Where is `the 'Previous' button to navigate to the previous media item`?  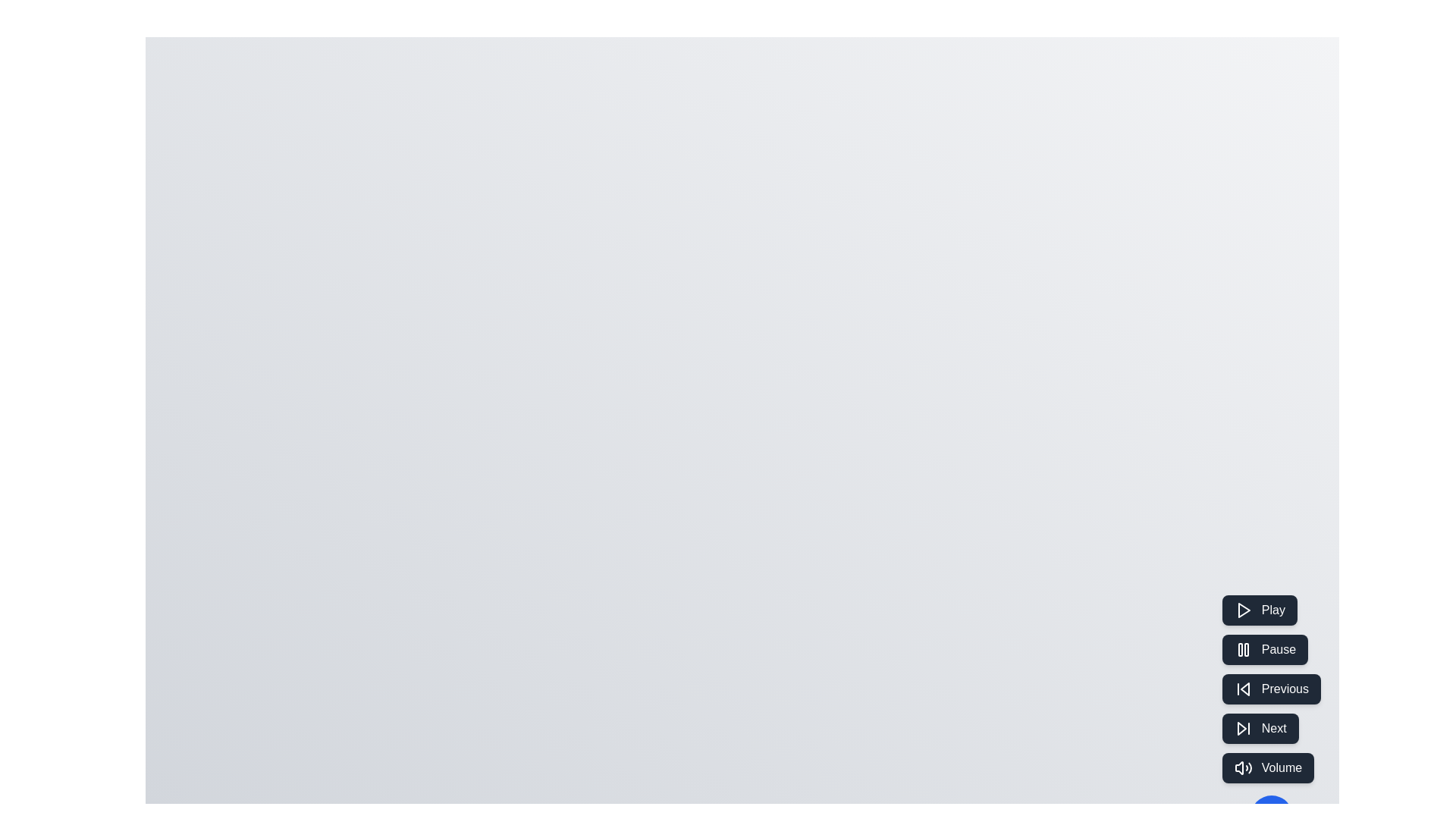
the 'Previous' button to navigate to the previous media item is located at coordinates (1271, 689).